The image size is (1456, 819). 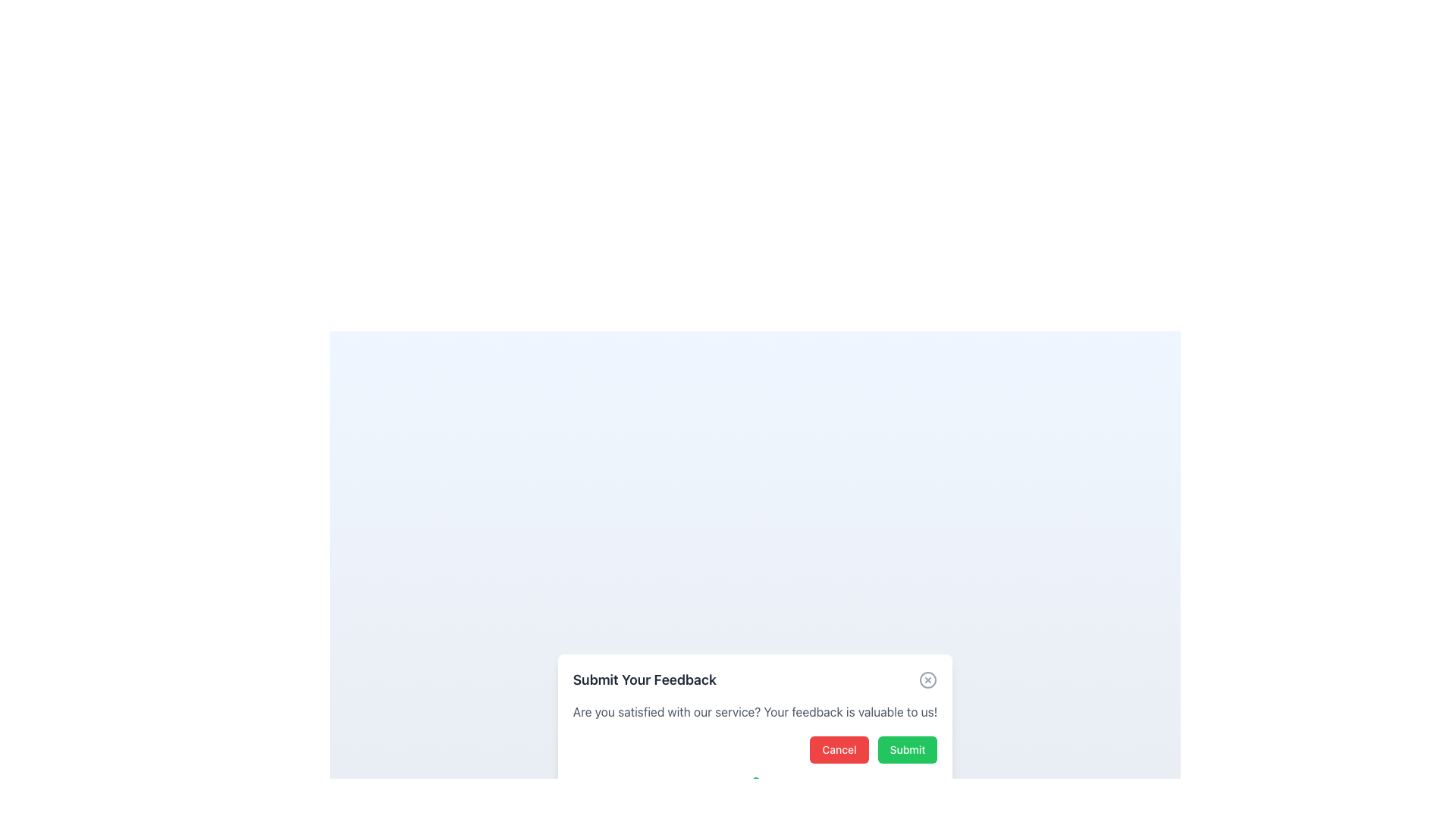 What do you see at coordinates (755, 792) in the screenshot?
I see `thumbs-up icon with a green color tone located at the bottom center of the 'Submit Your Feedback' modal, positioned directly below the 'Cancel' and 'Submit' buttons` at bounding box center [755, 792].